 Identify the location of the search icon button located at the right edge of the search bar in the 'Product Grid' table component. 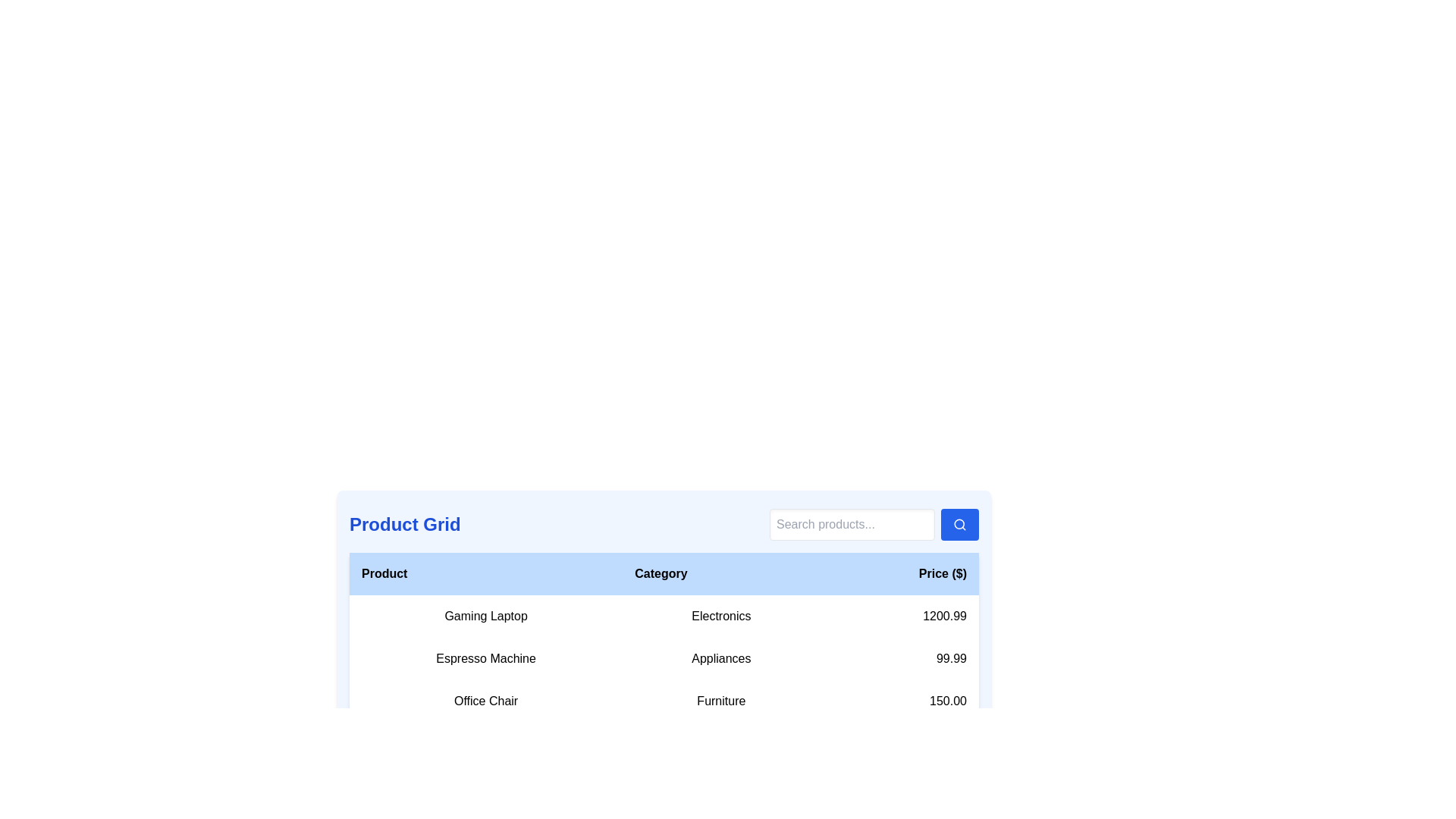
(959, 523).